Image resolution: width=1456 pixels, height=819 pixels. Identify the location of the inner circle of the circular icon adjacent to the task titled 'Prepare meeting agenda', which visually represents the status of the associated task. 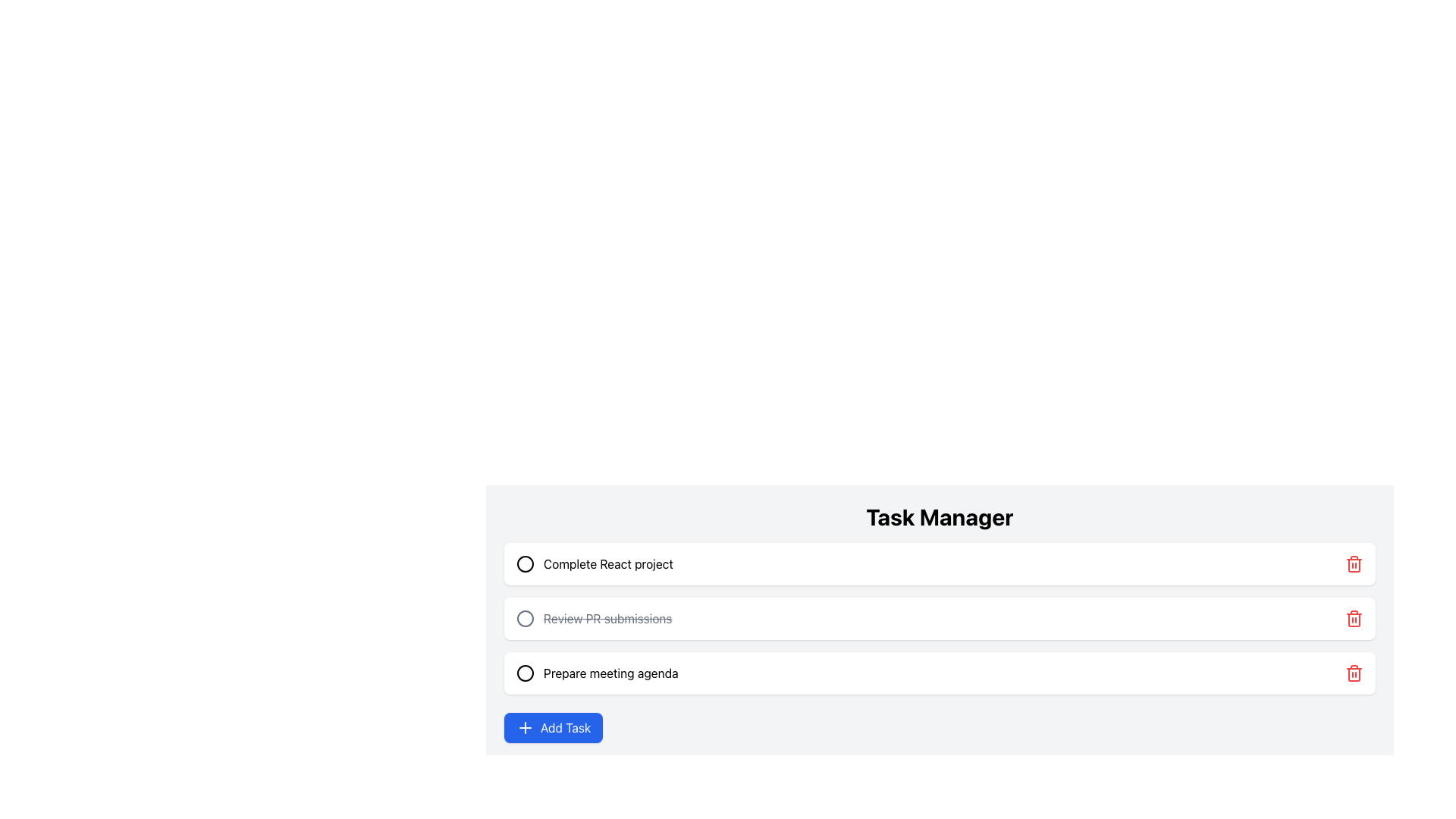
(525, 672).